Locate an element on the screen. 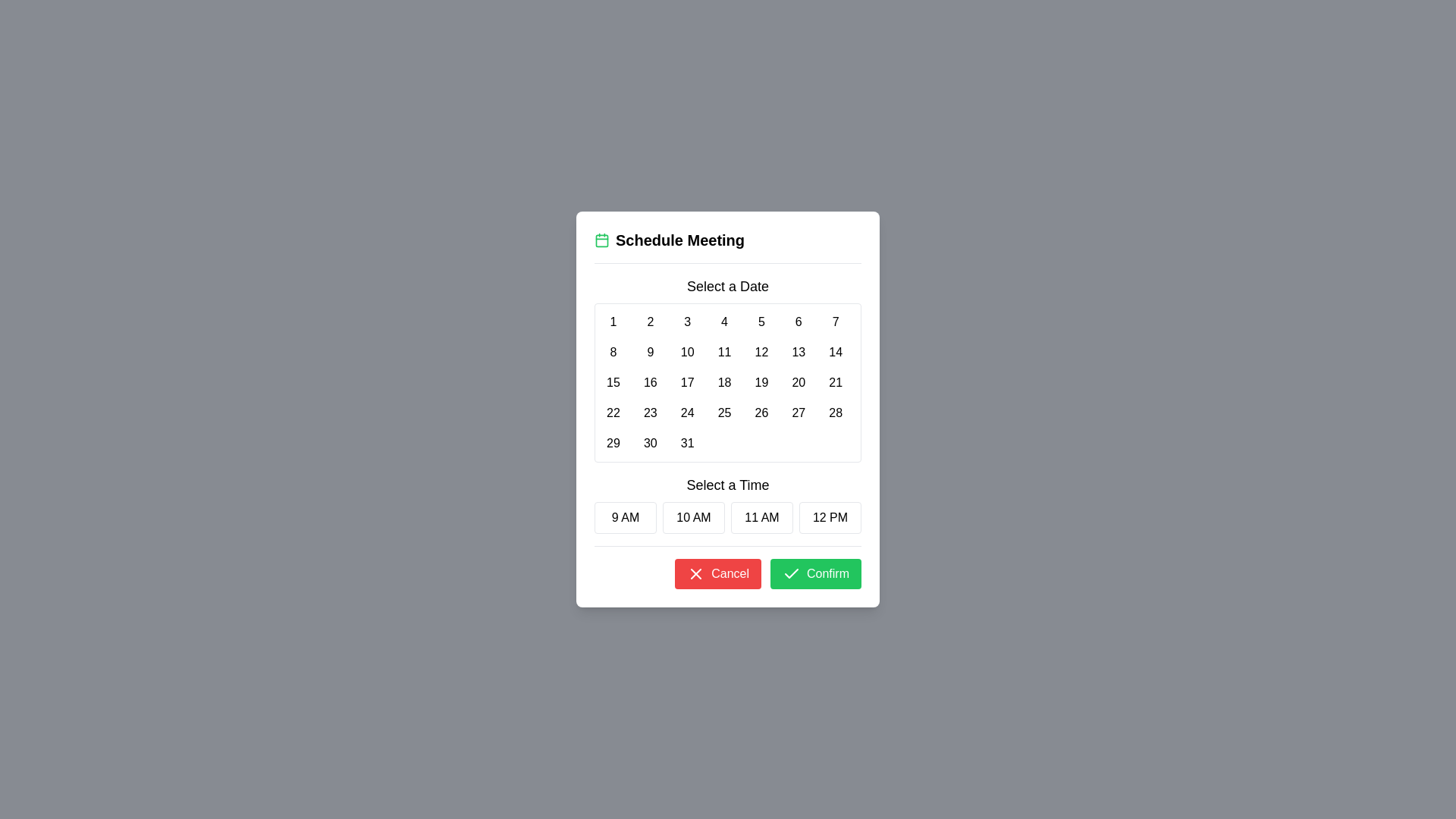 The width and height of the screenshot is (1456, 819). the square button displaying the number '1' with a white background is located at coordinates (613, 321).